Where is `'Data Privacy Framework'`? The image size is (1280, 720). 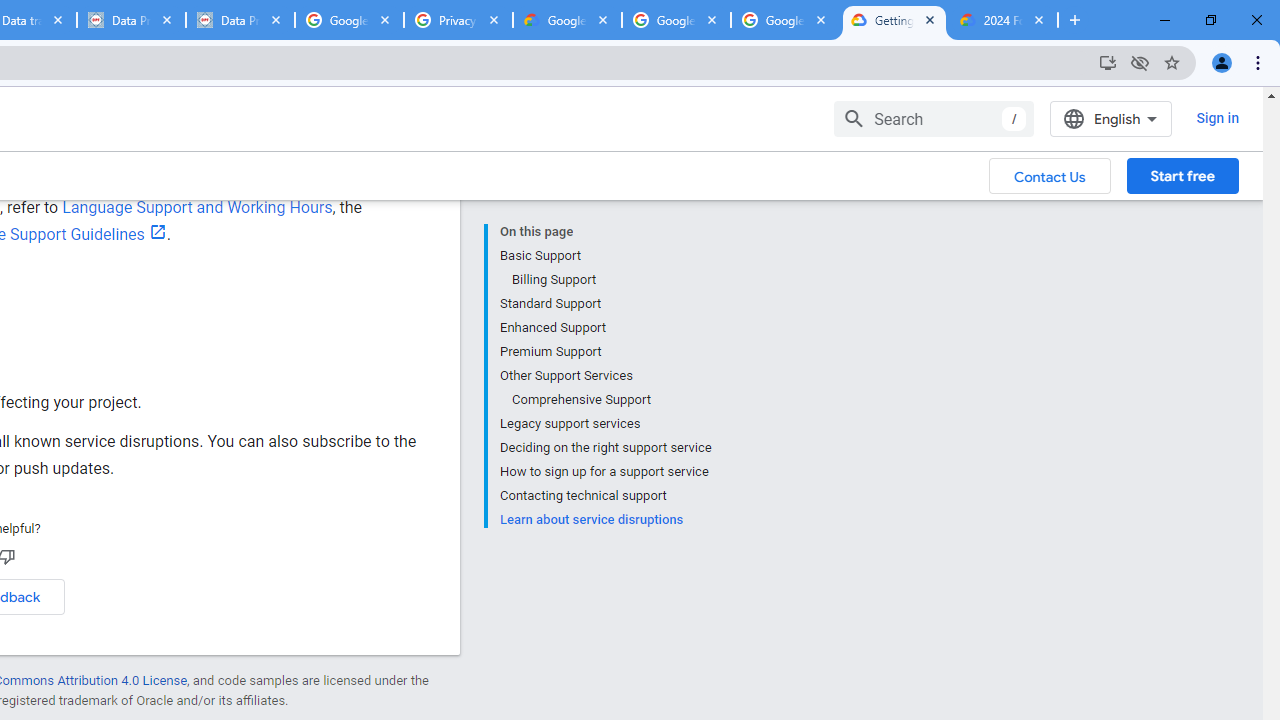
'Data Privacy Framework' is located at coordinates (240, 20).